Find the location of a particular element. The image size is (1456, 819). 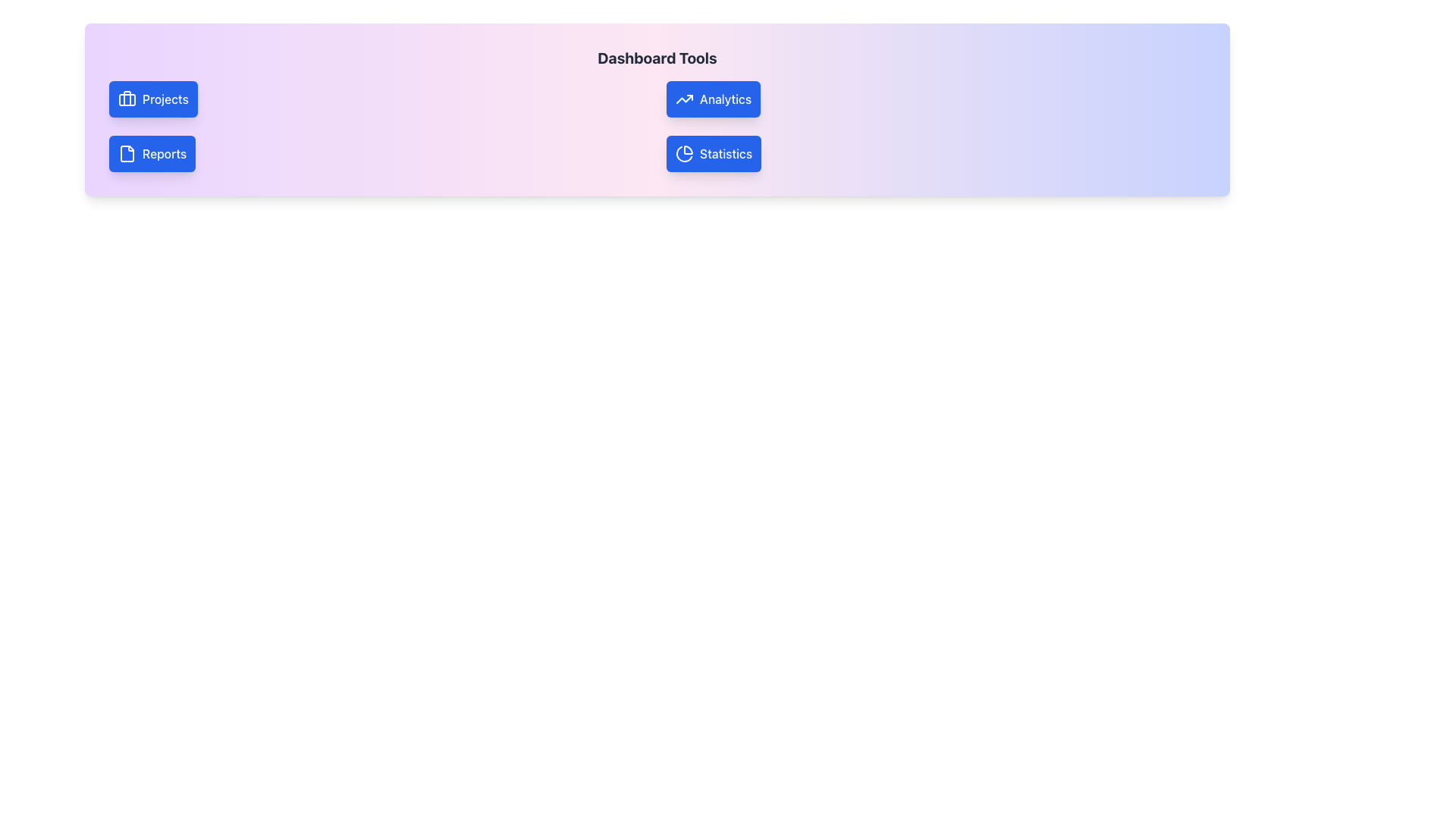

the arrow-shaped icon within the 'Analytics' button in the 'Dashboard Tools' section is located at coordinates (683, 99).